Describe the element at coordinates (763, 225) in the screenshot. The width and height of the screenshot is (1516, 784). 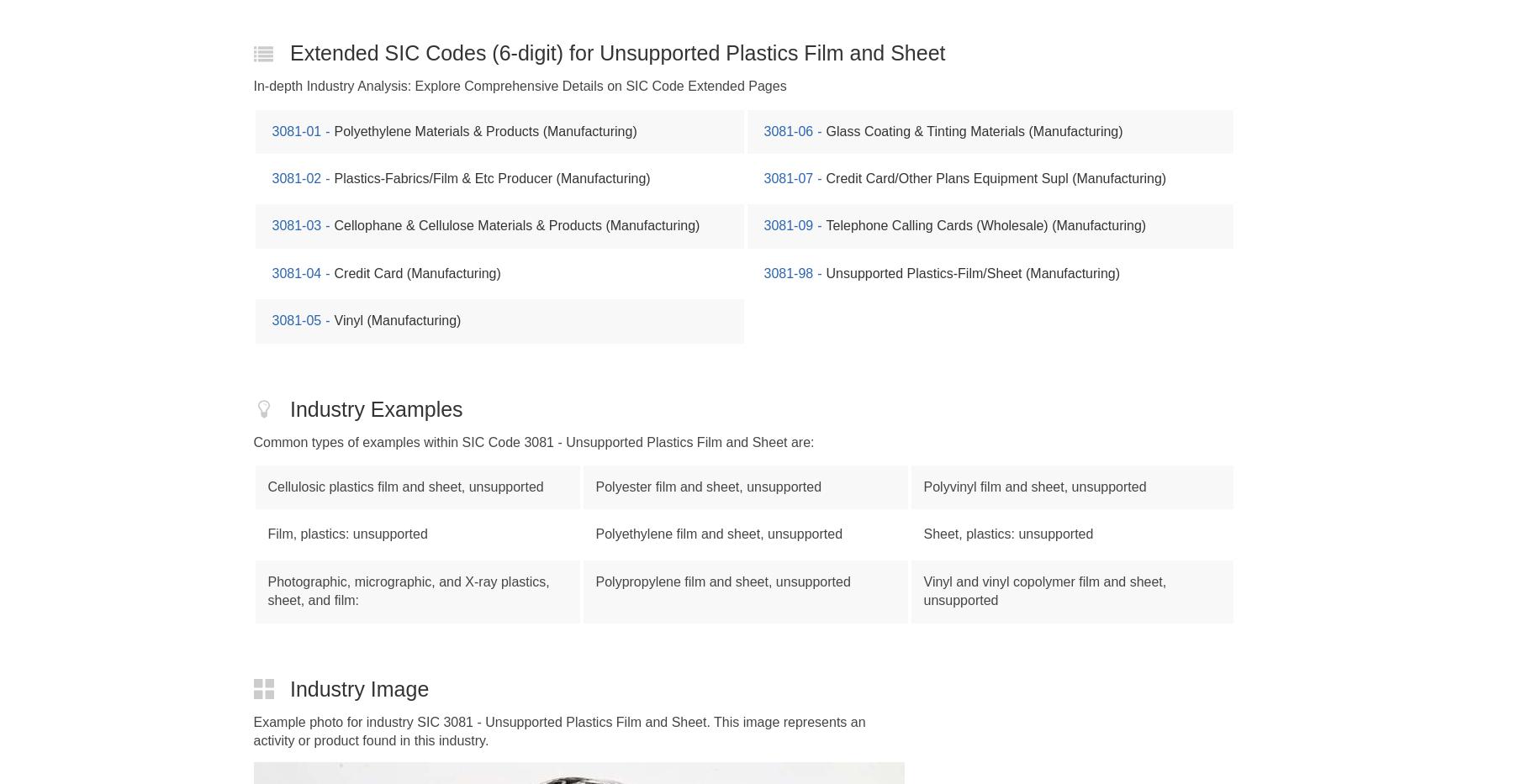
I see `'3081-09'` at that location.